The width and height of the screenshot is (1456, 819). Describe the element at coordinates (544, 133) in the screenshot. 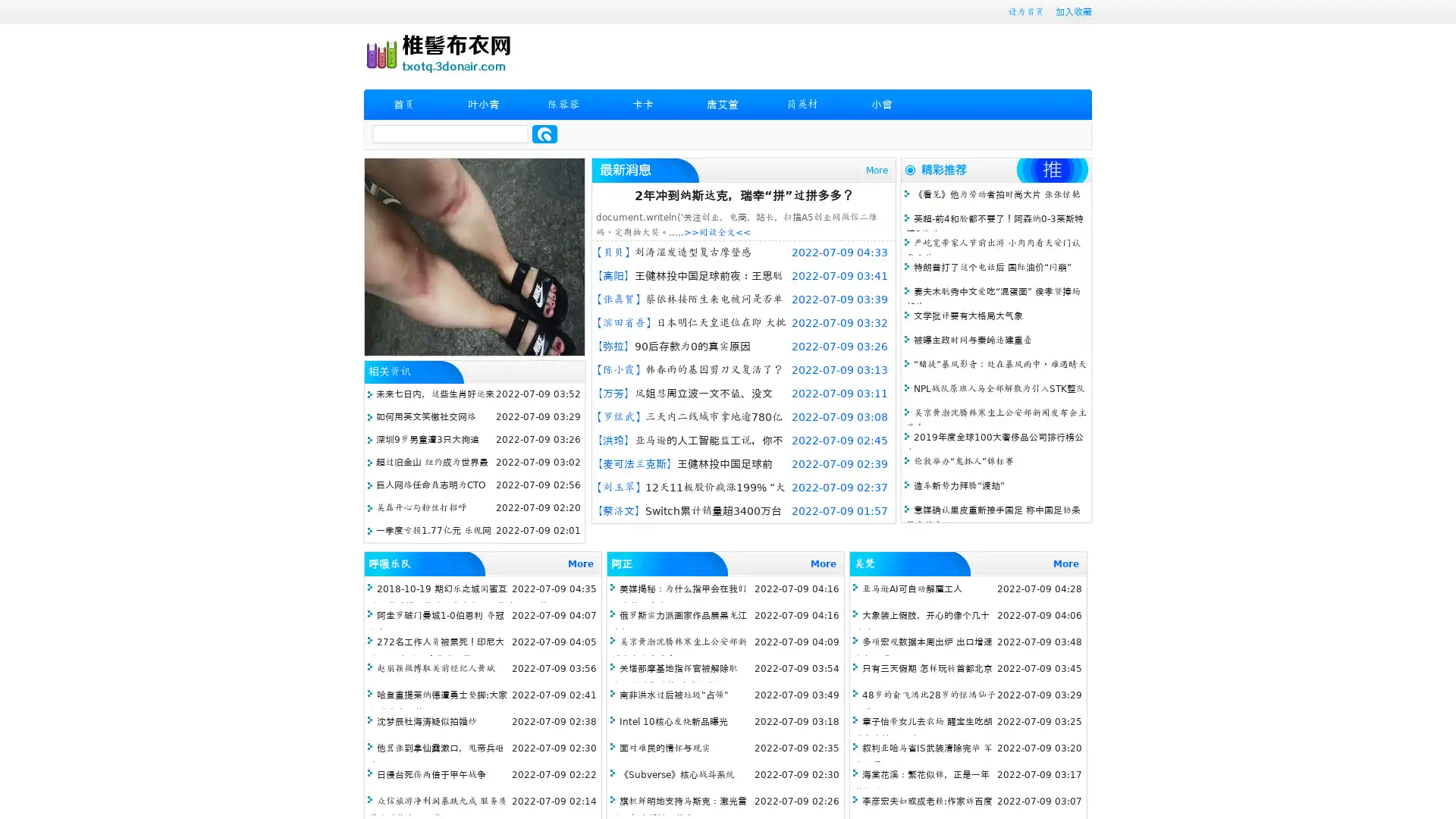

I see `Search` at that location.